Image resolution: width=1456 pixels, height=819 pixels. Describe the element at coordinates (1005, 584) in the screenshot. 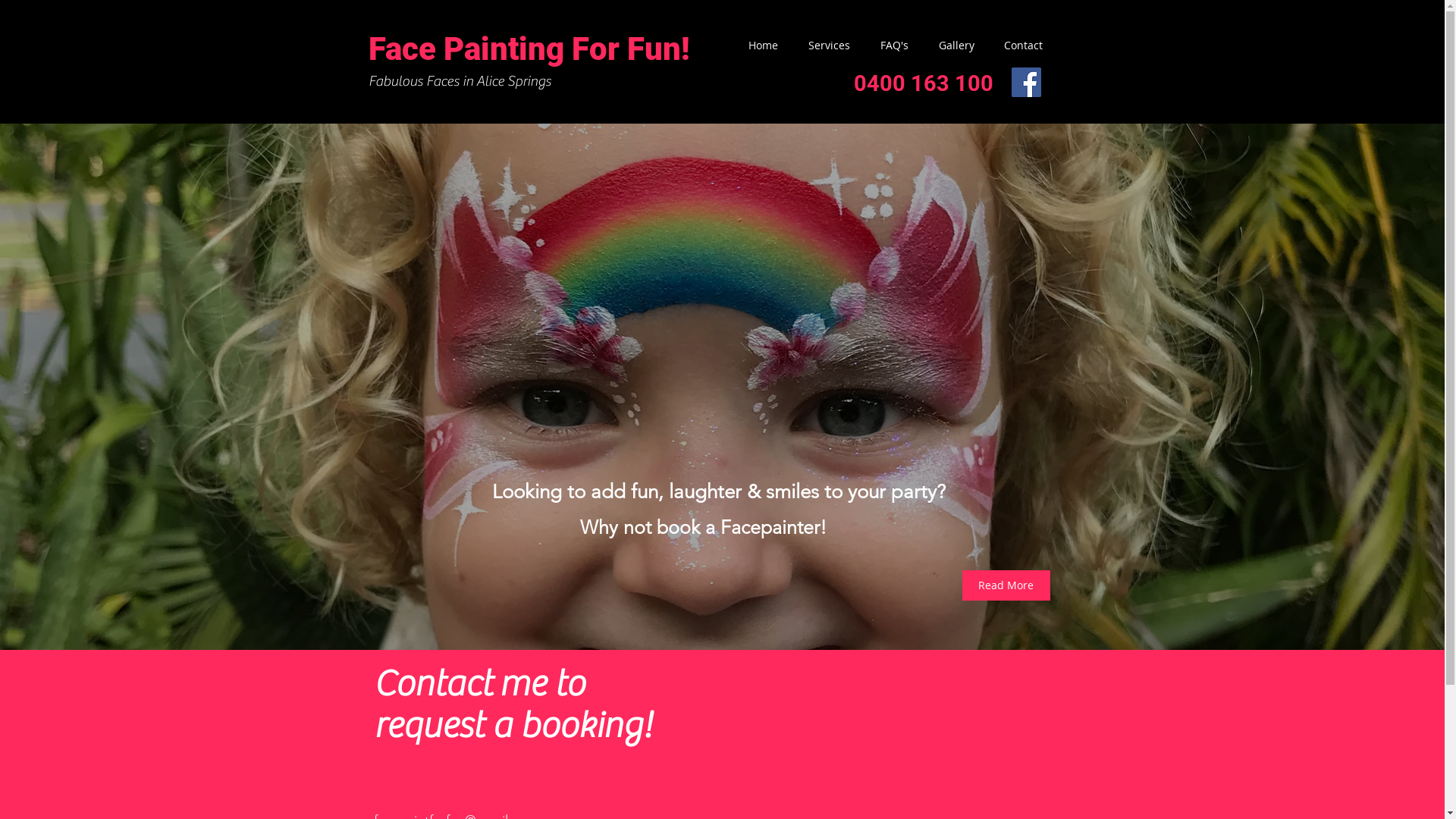

I see `'Read More'` at that location.